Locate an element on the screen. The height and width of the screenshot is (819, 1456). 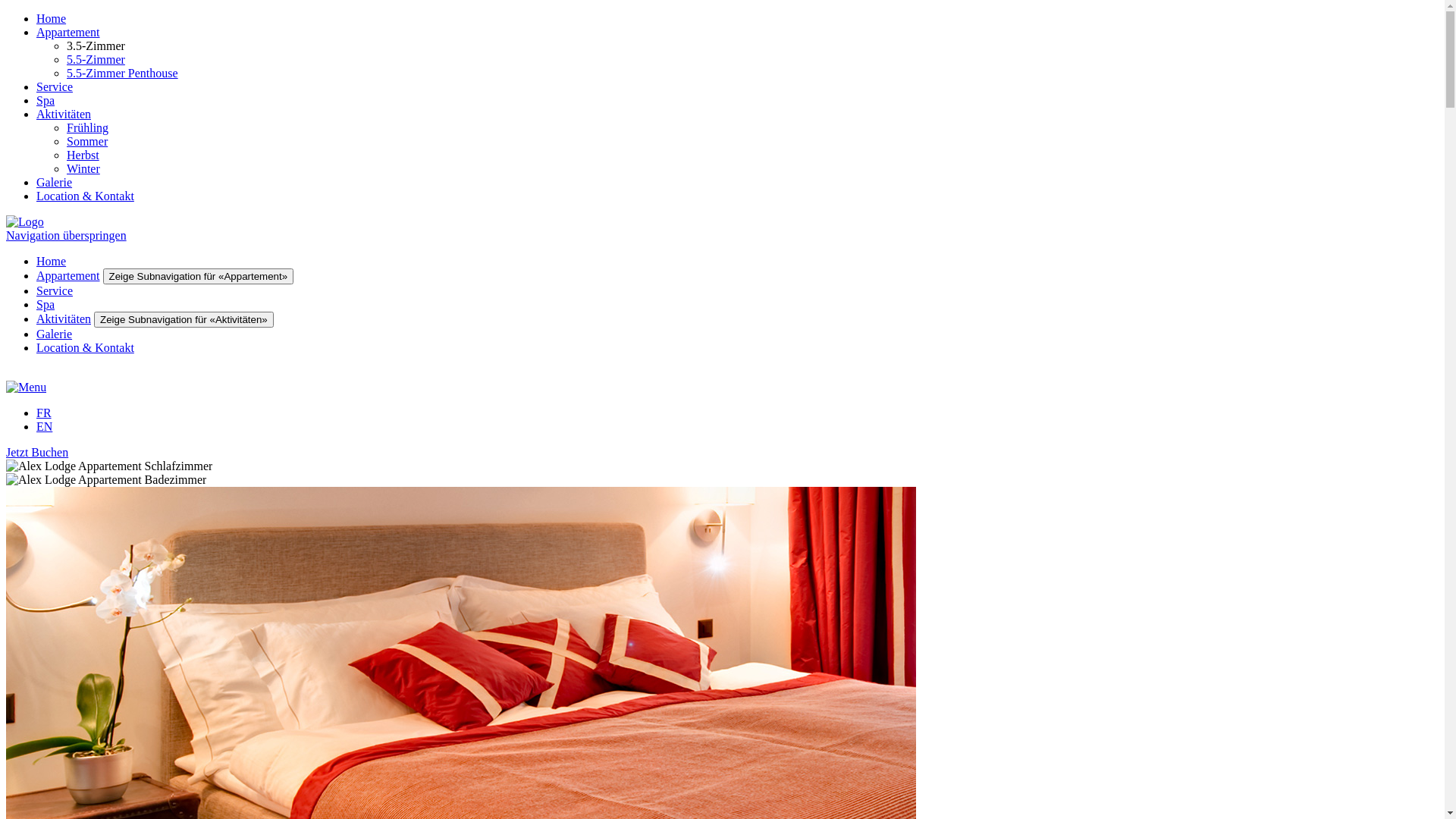
'Appartement' is located at coordinates (36, 32).